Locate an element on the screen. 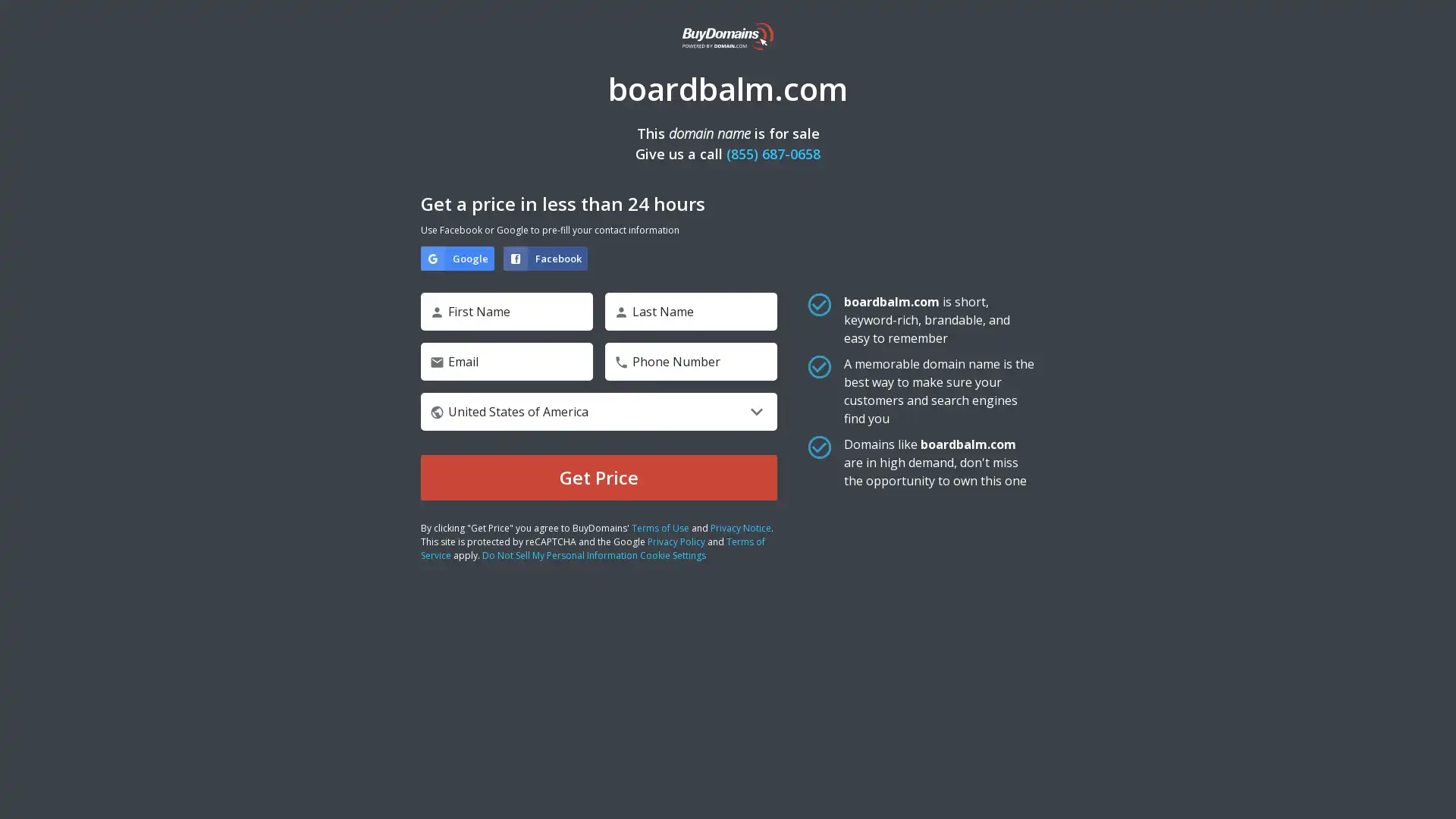 The height and width of the screenshot is (819, 1456). Facebook is located at coordinates (545, 257).